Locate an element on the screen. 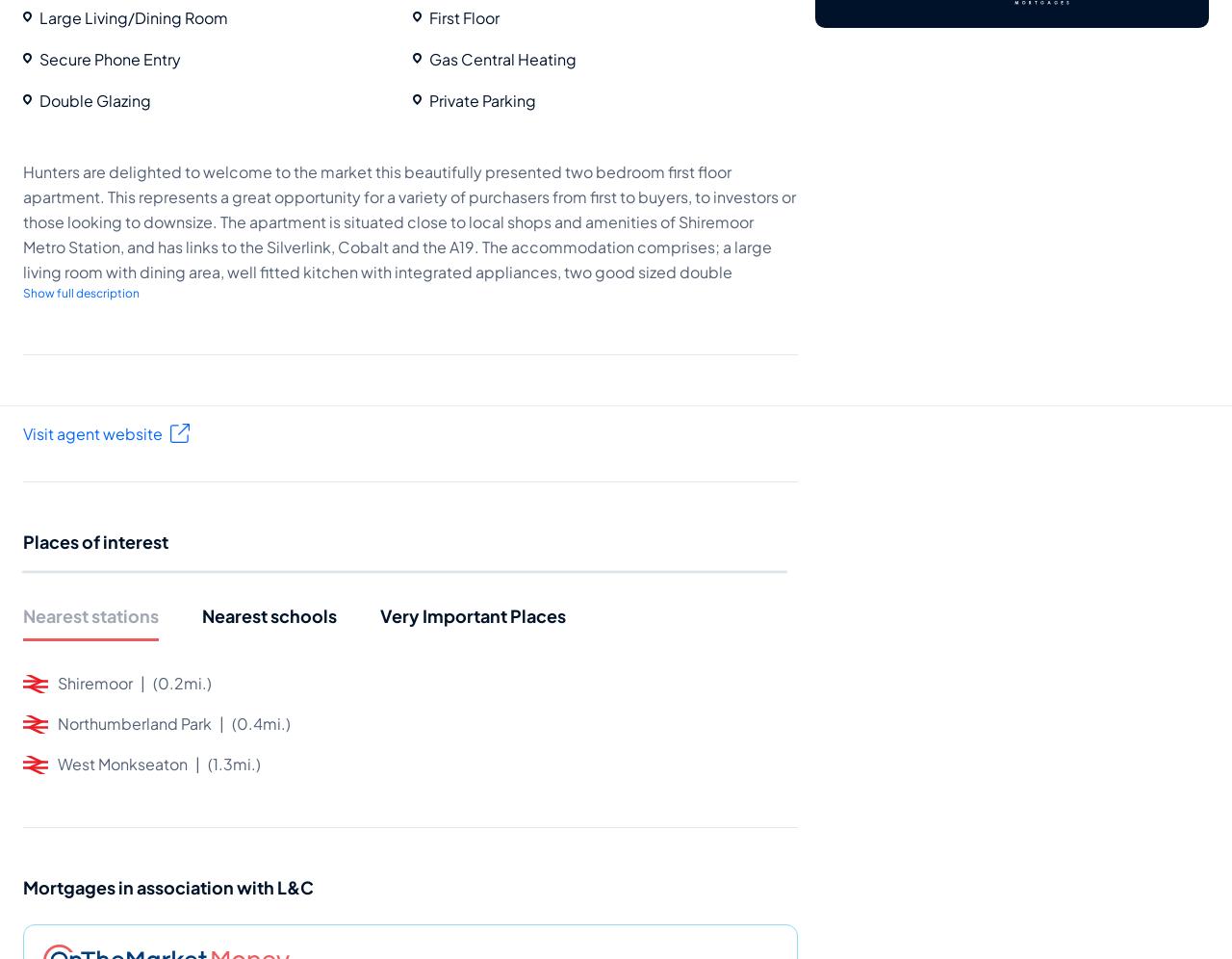 The width and height of the screenshot is (1232, 959). '0.4mi.' is located at coordinates (259, 722).